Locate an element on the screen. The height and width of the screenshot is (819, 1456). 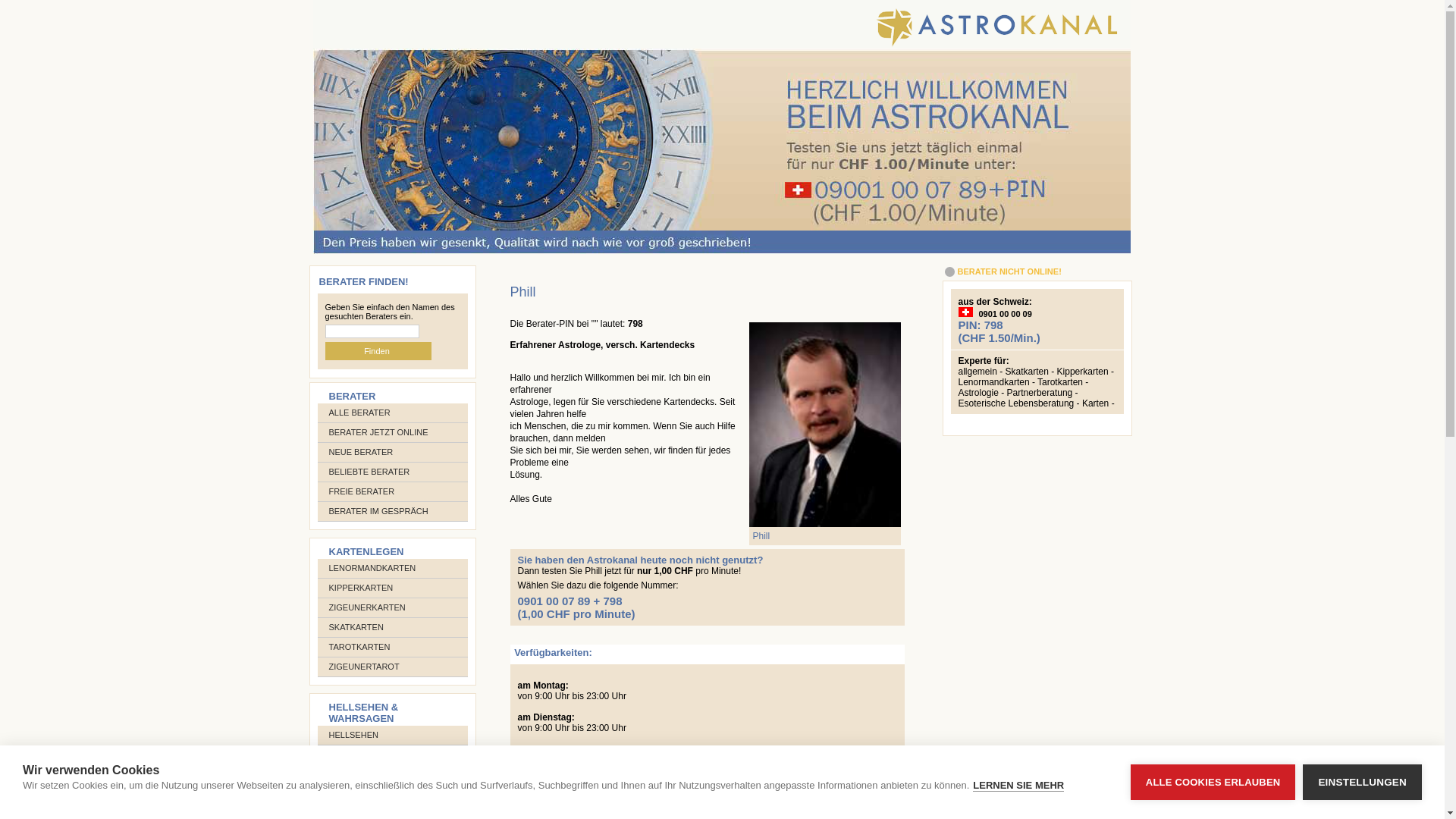
'BERATER' is located at coordinates (352, 395).